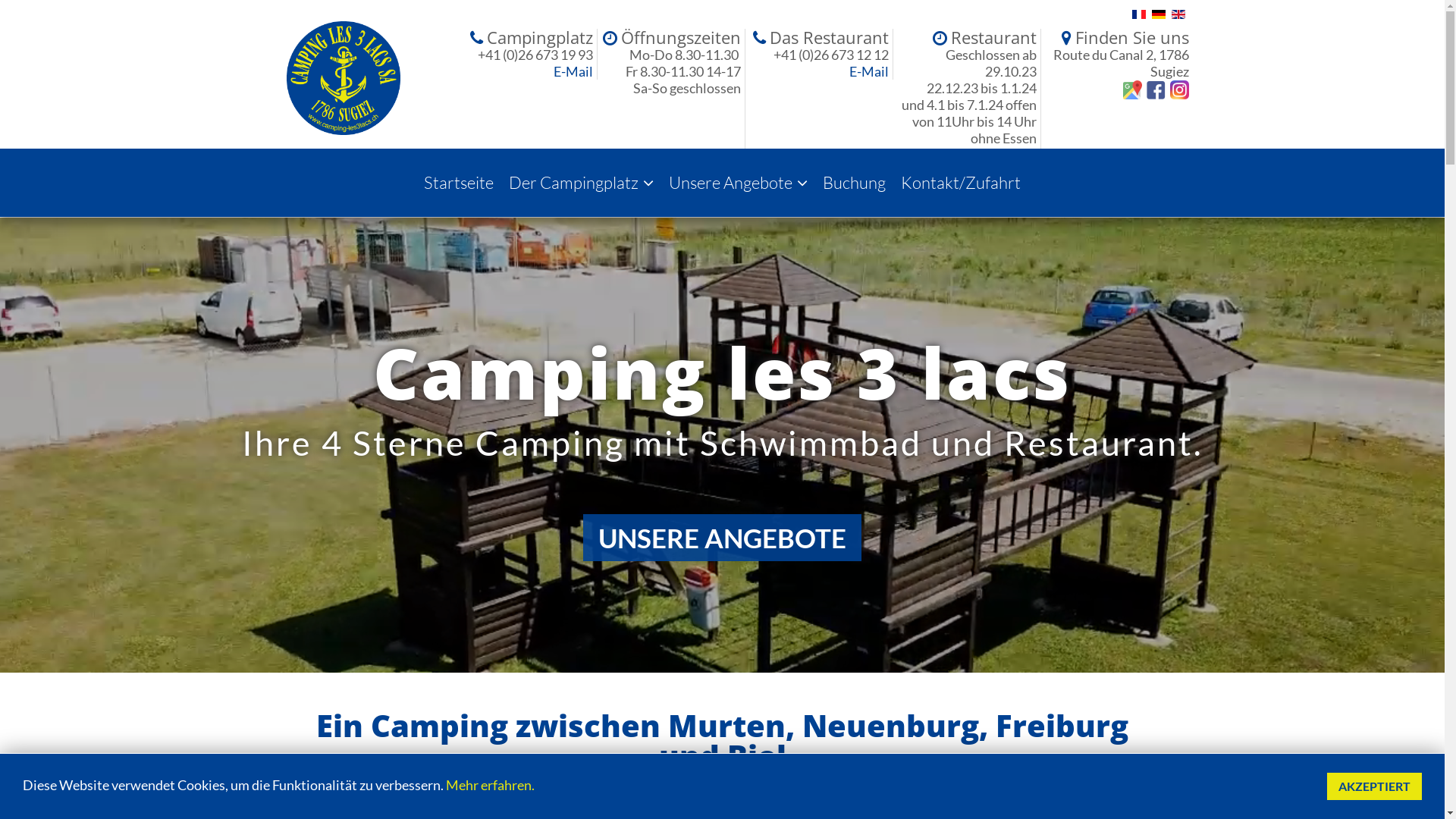  What do you see at coordinates (854, 181) in the screenshot?
I see `'Buchung'` at bounding box center [854, 181].